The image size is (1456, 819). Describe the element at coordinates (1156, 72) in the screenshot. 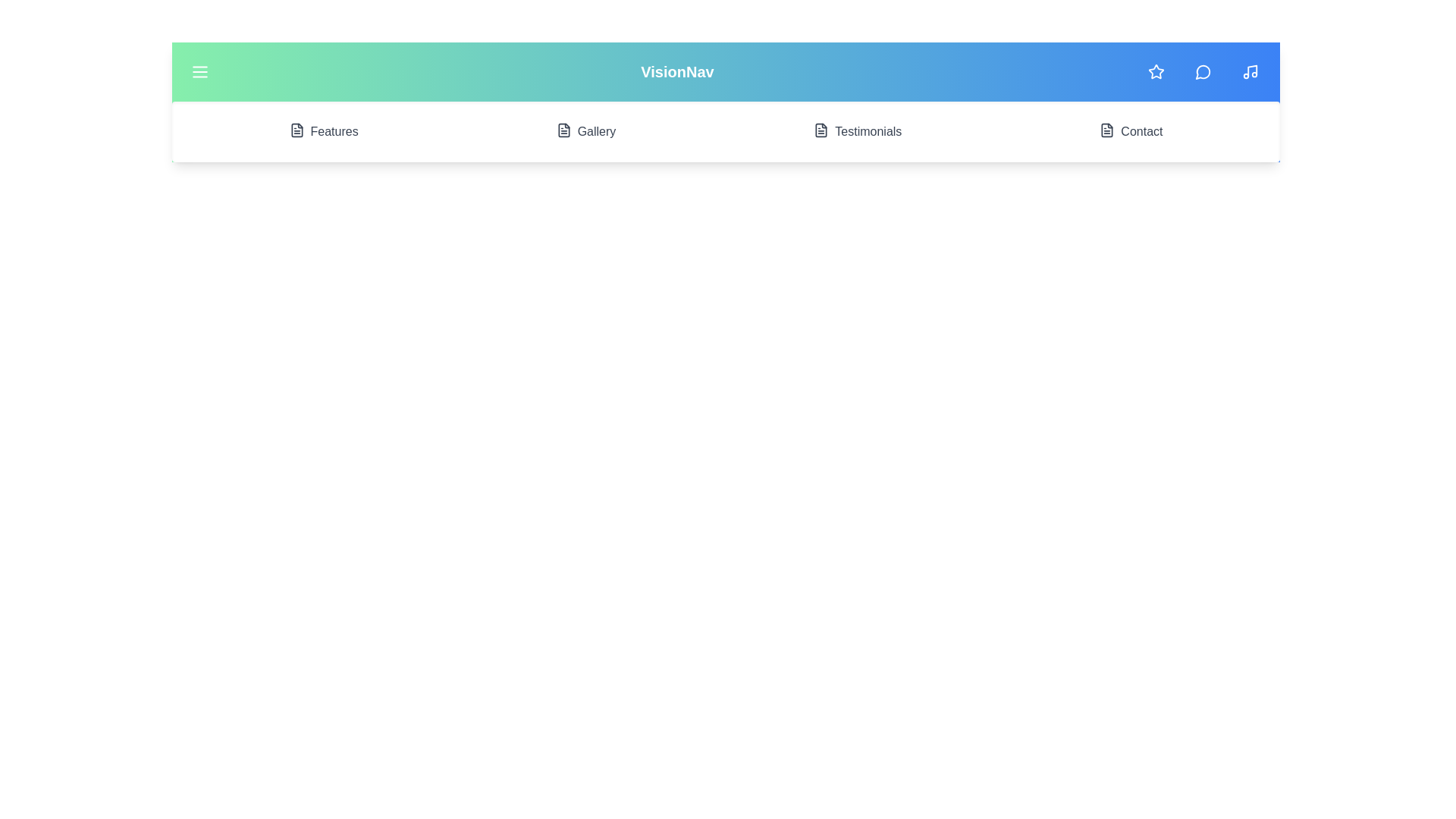

I see `the Star icon in the navigation bar` at that location.